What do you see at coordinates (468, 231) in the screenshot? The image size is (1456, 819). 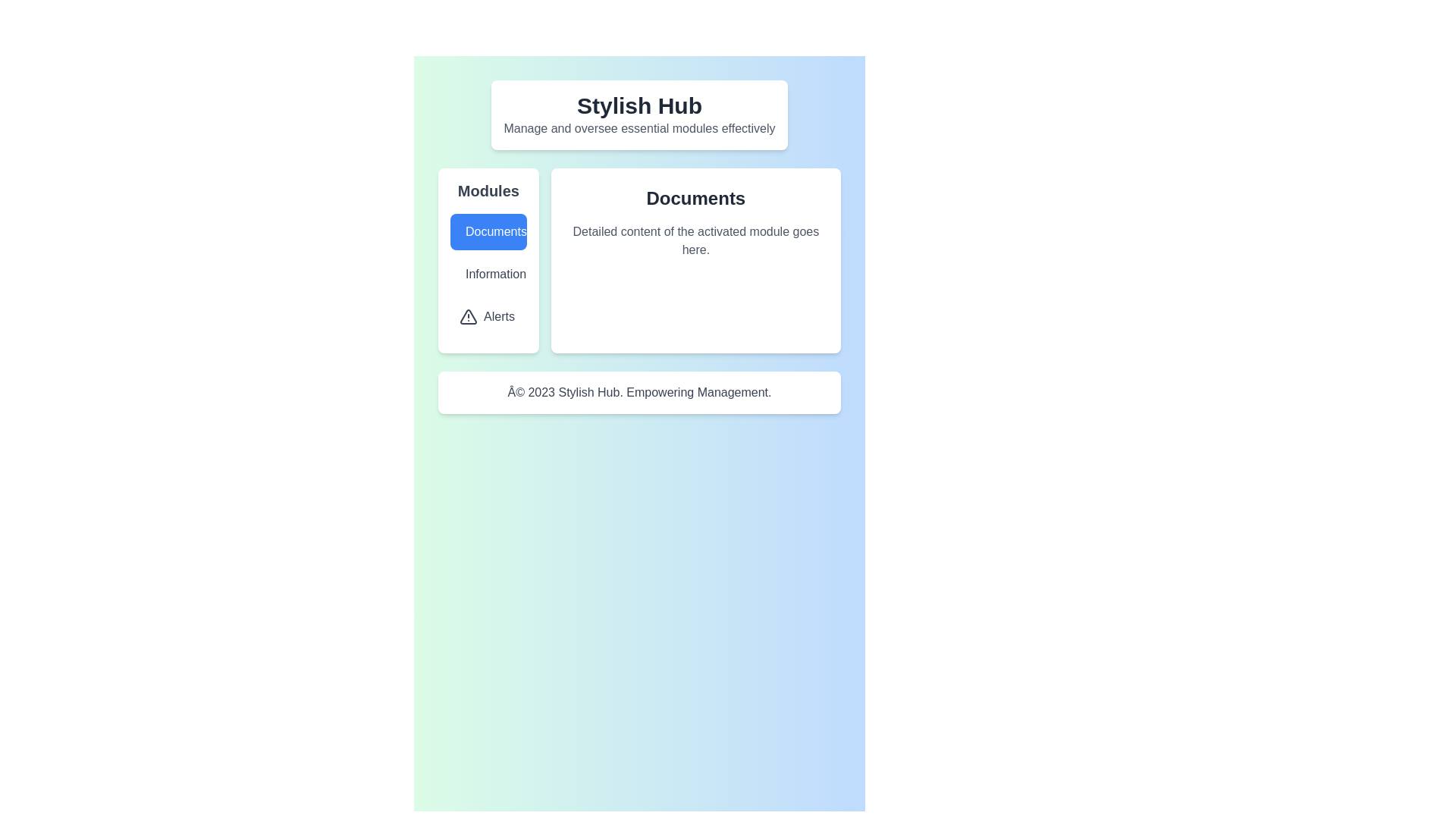 I see `the folder icon vector graphic located in the 'Modules' section next to the 'Documents' label` at bounding box center [468, 231].